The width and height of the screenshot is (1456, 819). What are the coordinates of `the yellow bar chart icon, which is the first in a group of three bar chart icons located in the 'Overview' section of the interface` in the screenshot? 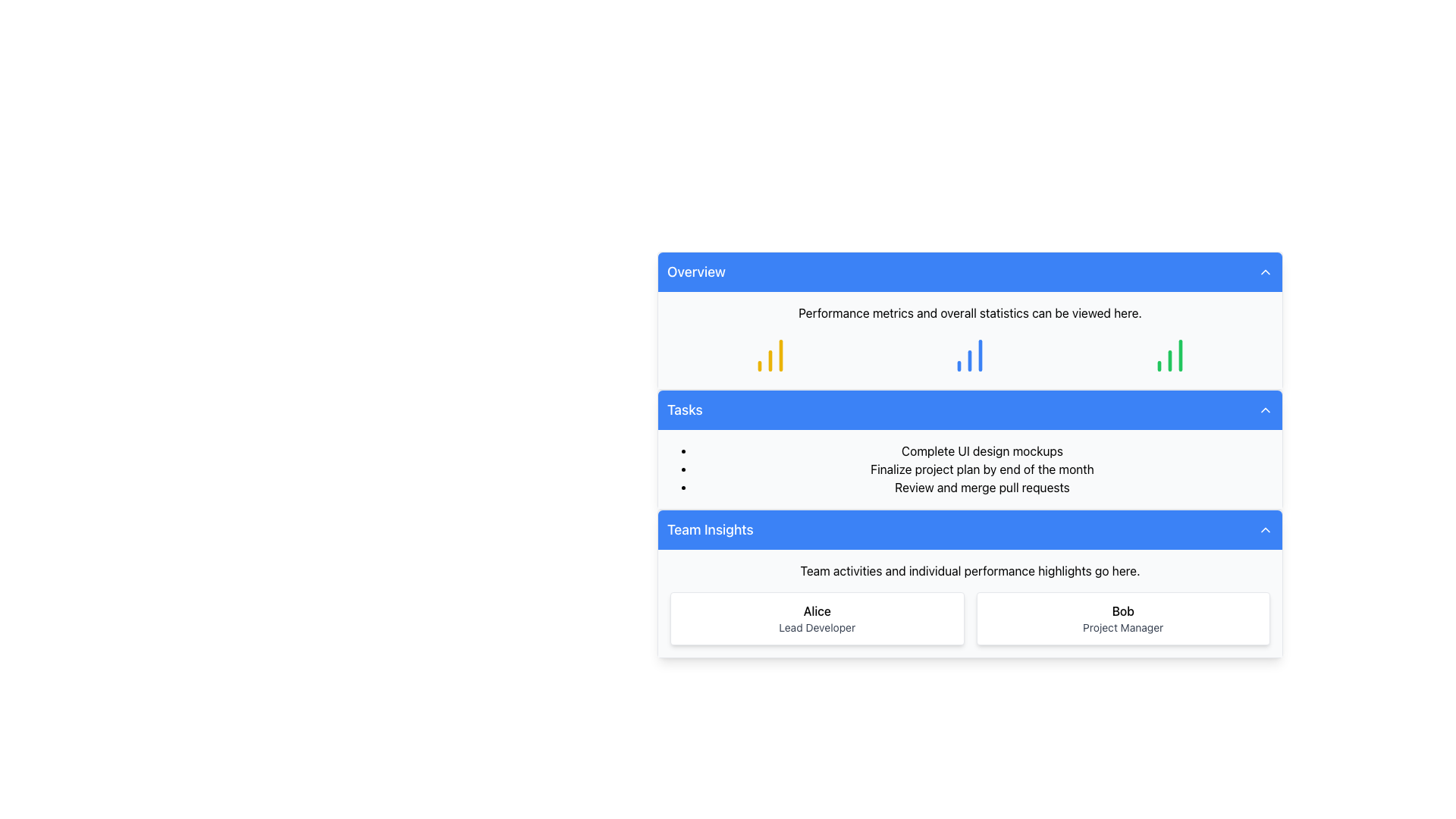 It's located at (770, 356).